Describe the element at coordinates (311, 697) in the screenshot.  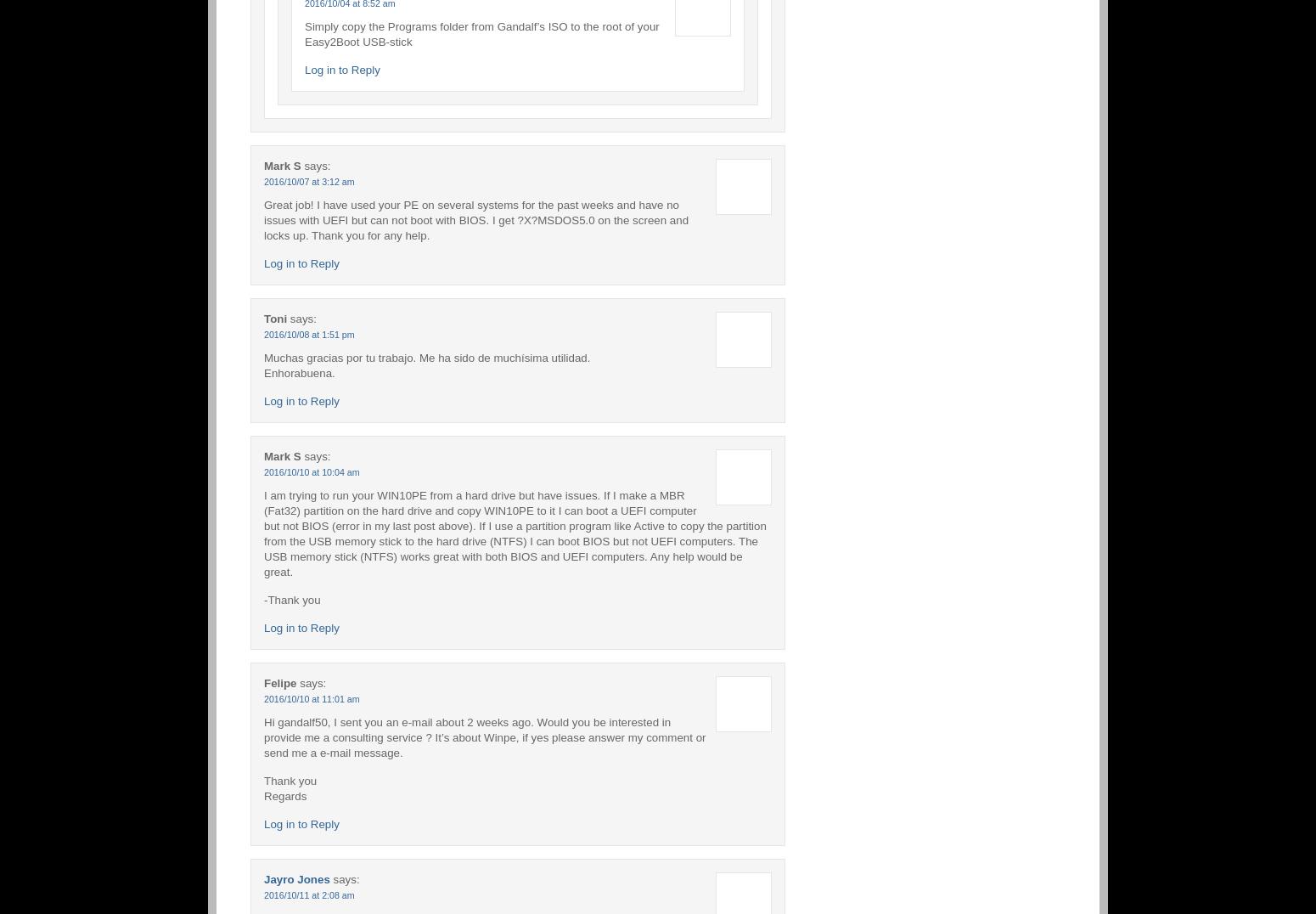
I see `'2016/10/10 at 11:01 am'` at that location.